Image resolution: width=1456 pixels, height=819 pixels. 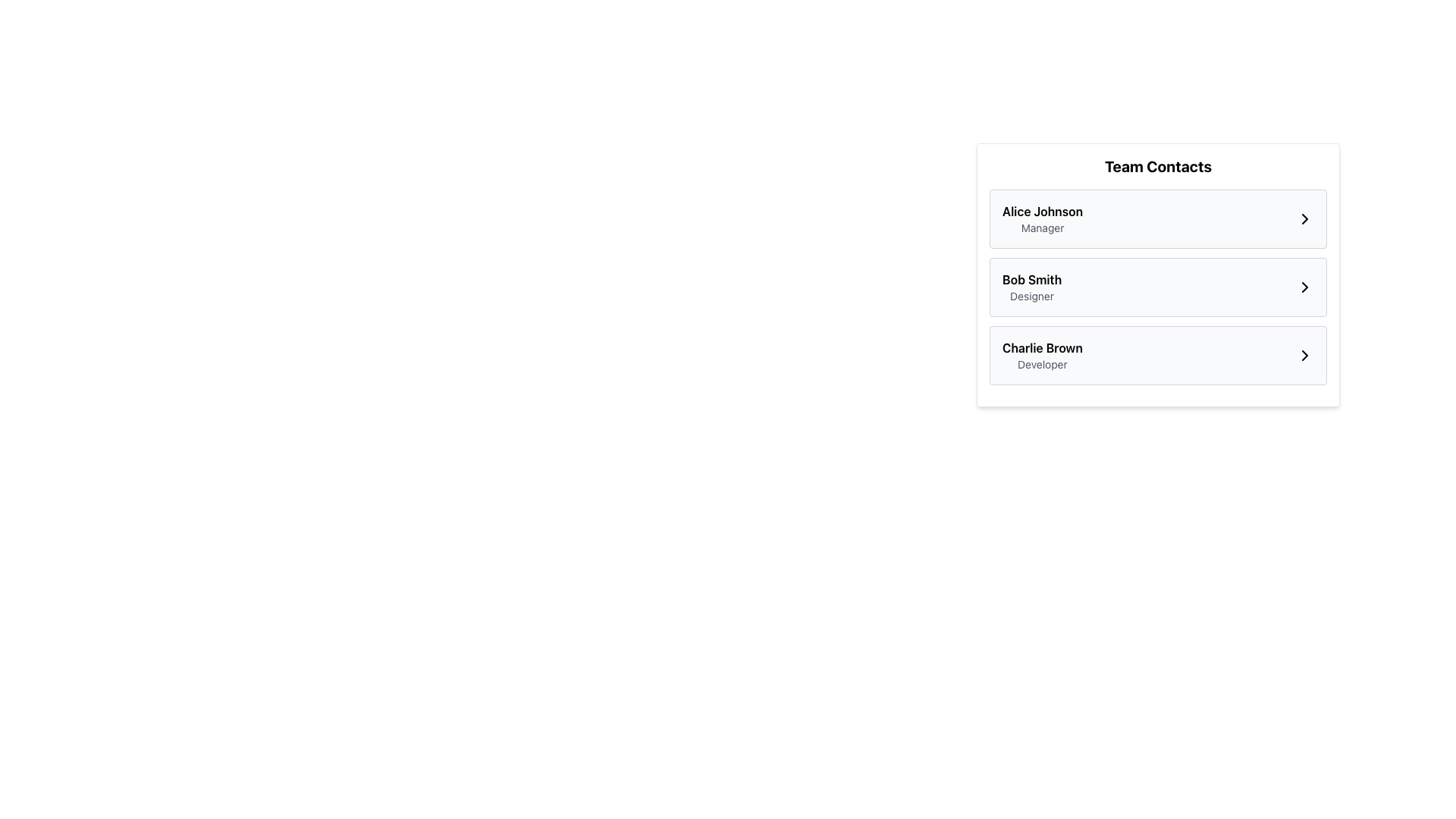 What do you see at coordinates (1042, 219) in the screenshot?
I see `the Text Display Unit displaying the name 'Alice Johnson' and subtitle 'Manager', which is the first item in the 'Team Contacts' list` at bounding box center [1042, 219].